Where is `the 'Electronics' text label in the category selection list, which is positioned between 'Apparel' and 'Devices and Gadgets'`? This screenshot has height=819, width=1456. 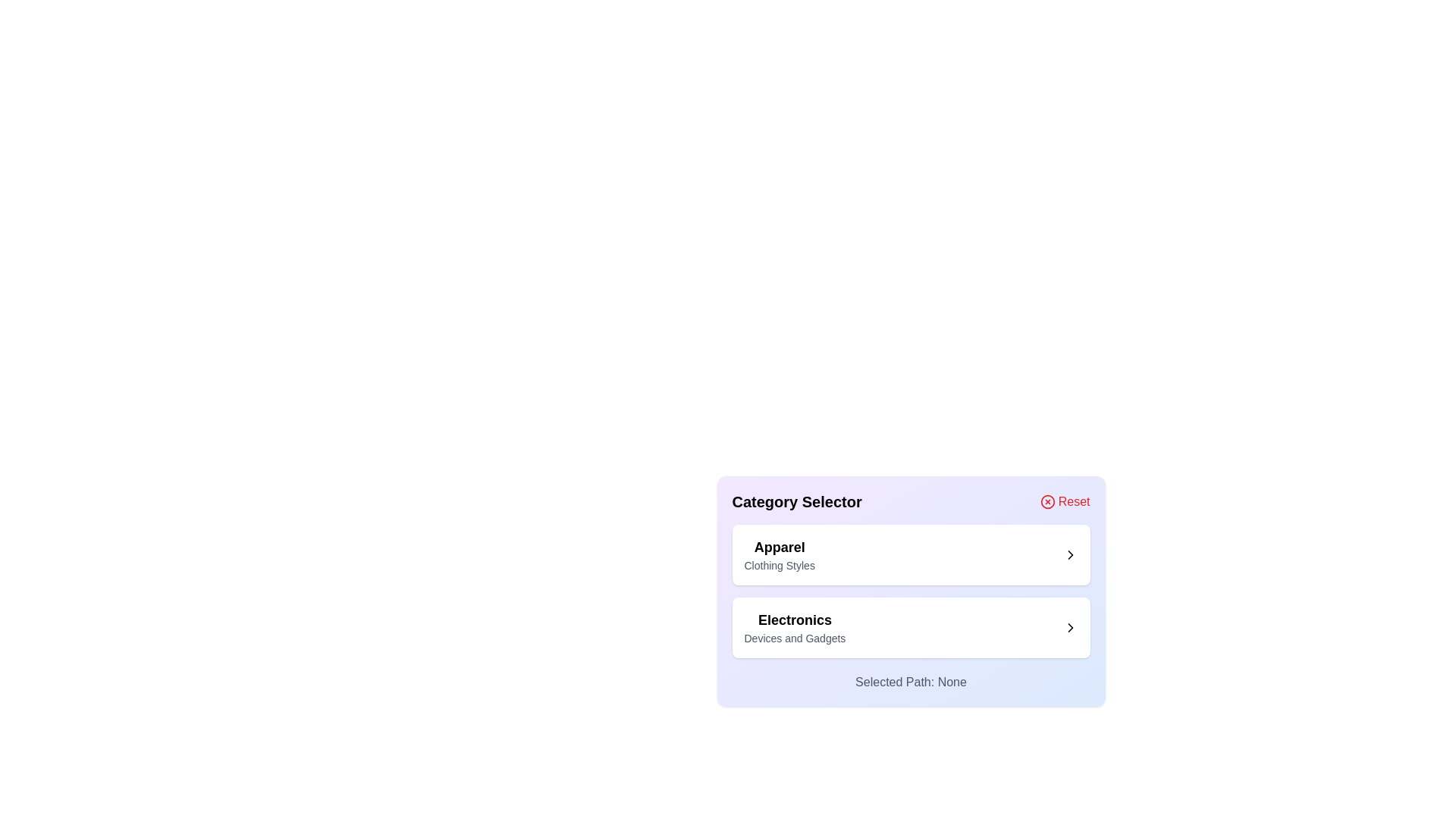 the 'Electronics' text label in the category selection list, which is positioned between 'Apparel' and 'Devices and Gadgets' is located at coordinates (794, 620).